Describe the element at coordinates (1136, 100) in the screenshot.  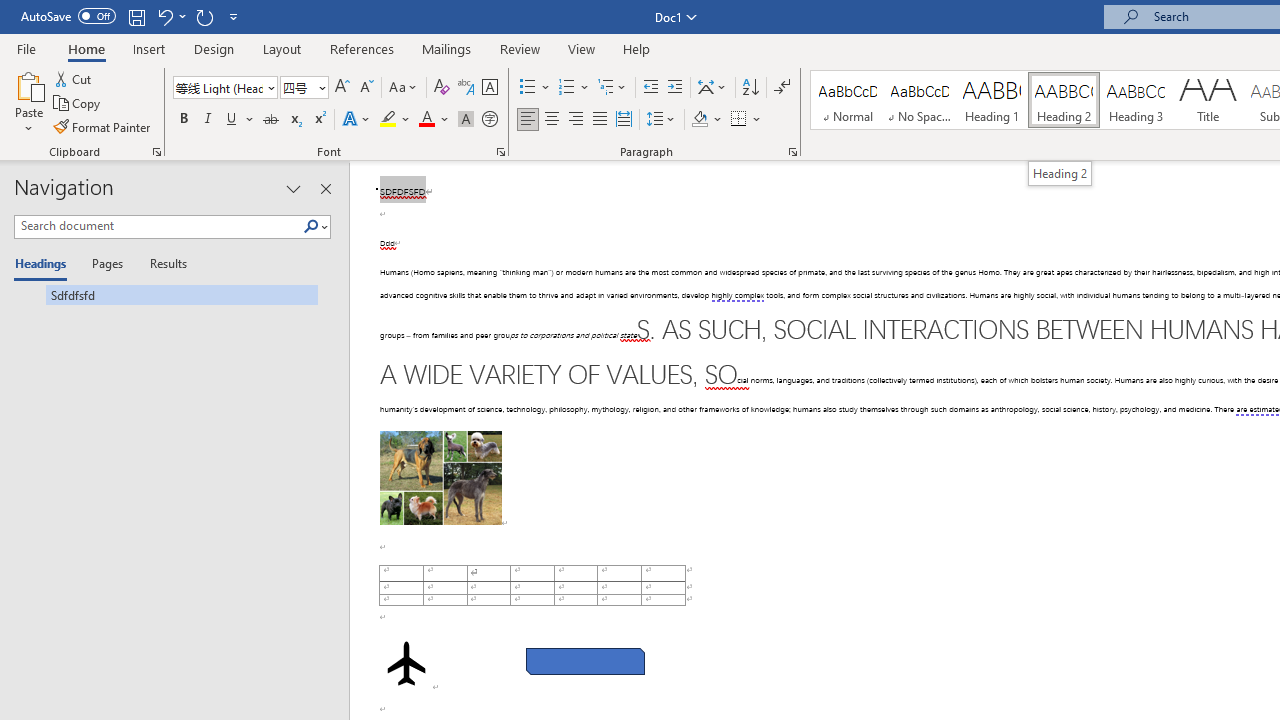
I see `'Heading 3'` at that location.